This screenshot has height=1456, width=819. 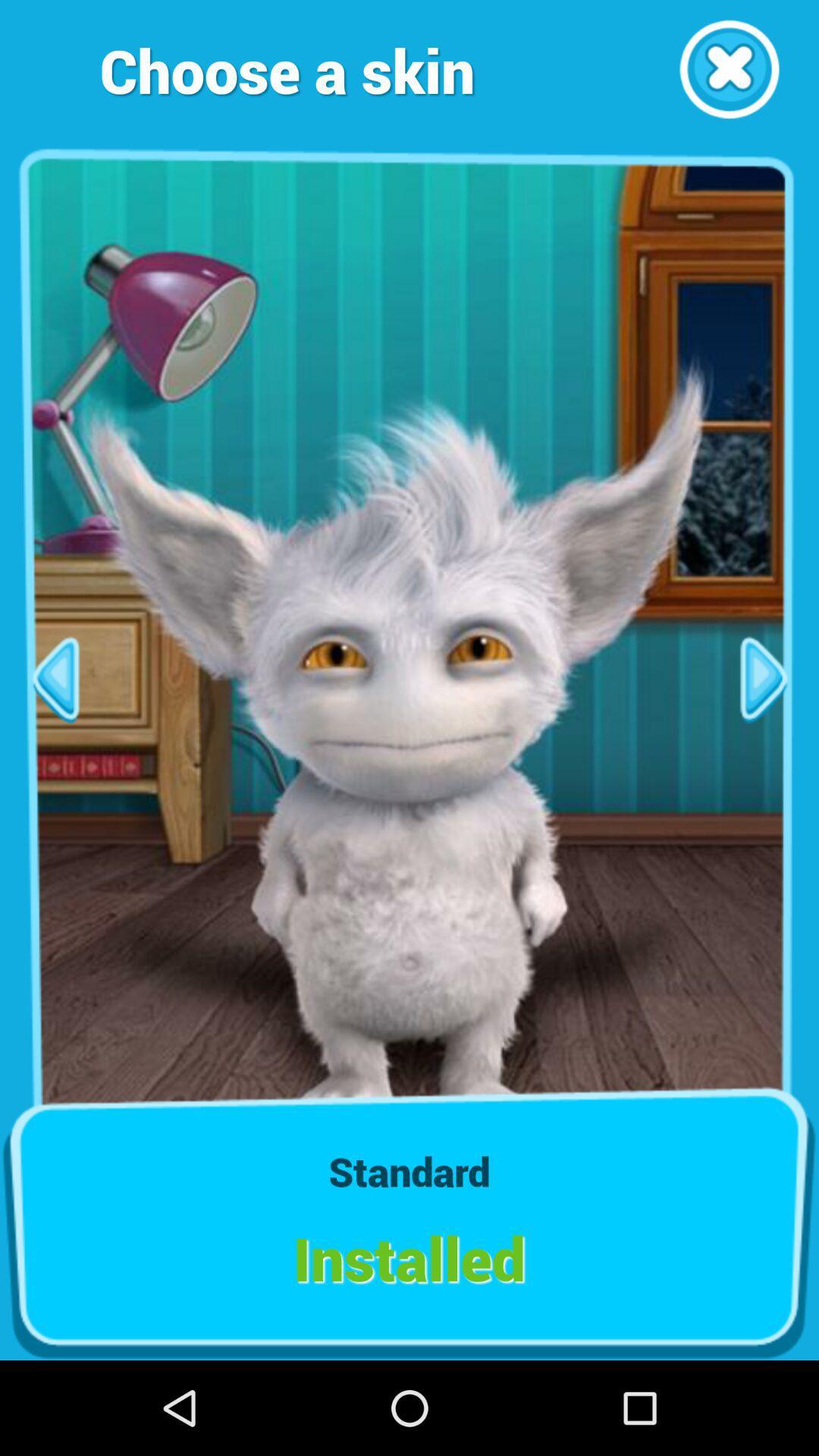 What do you see at coordinates (728, 68) in the screenshot?
I see `option` at bounding box center [728, 68].